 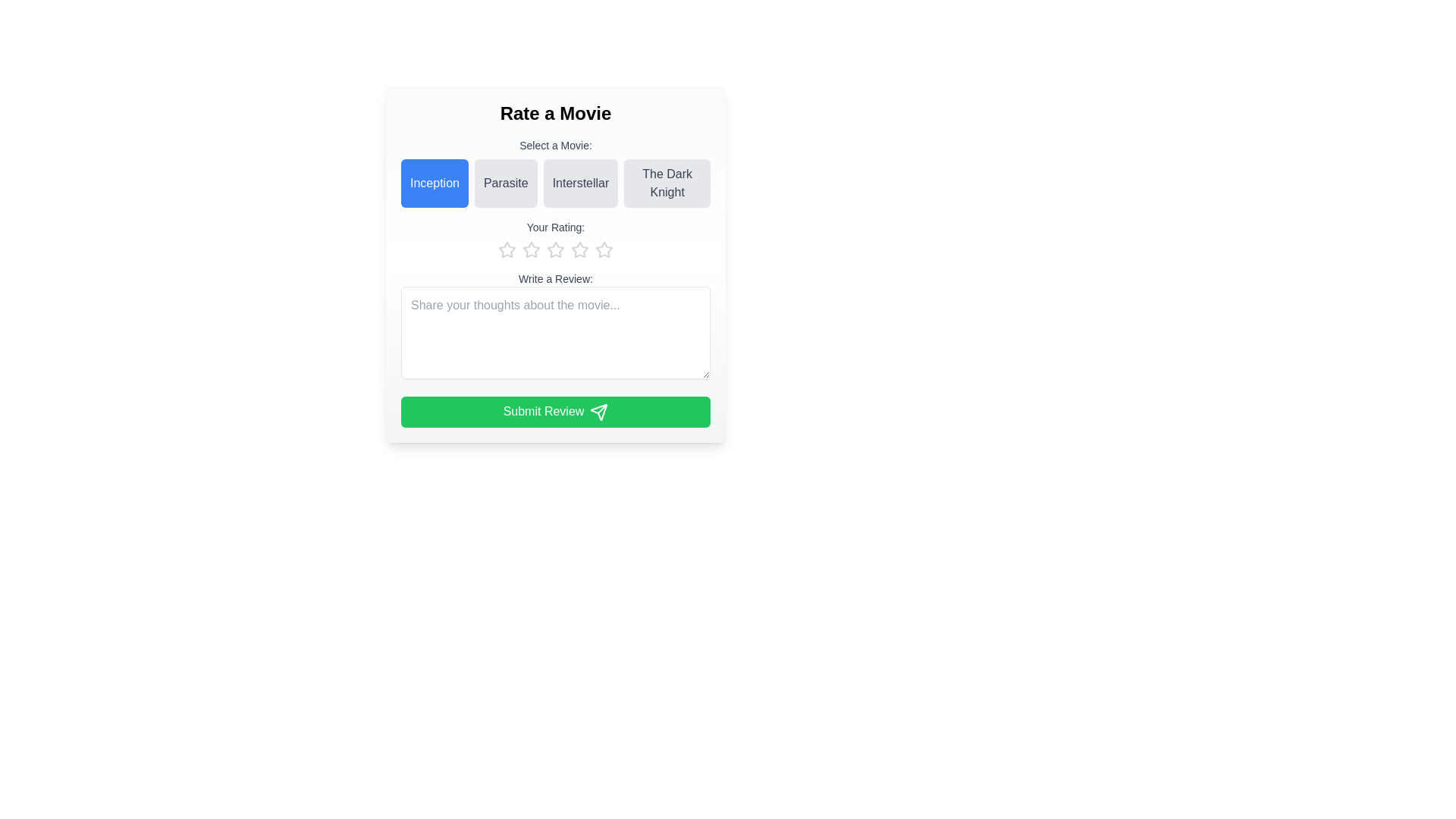 I want to click on the centered bold title text labeled 'Rate a Movie', which is positioned at the top-center of the form layout, so click(x=555, y=113).